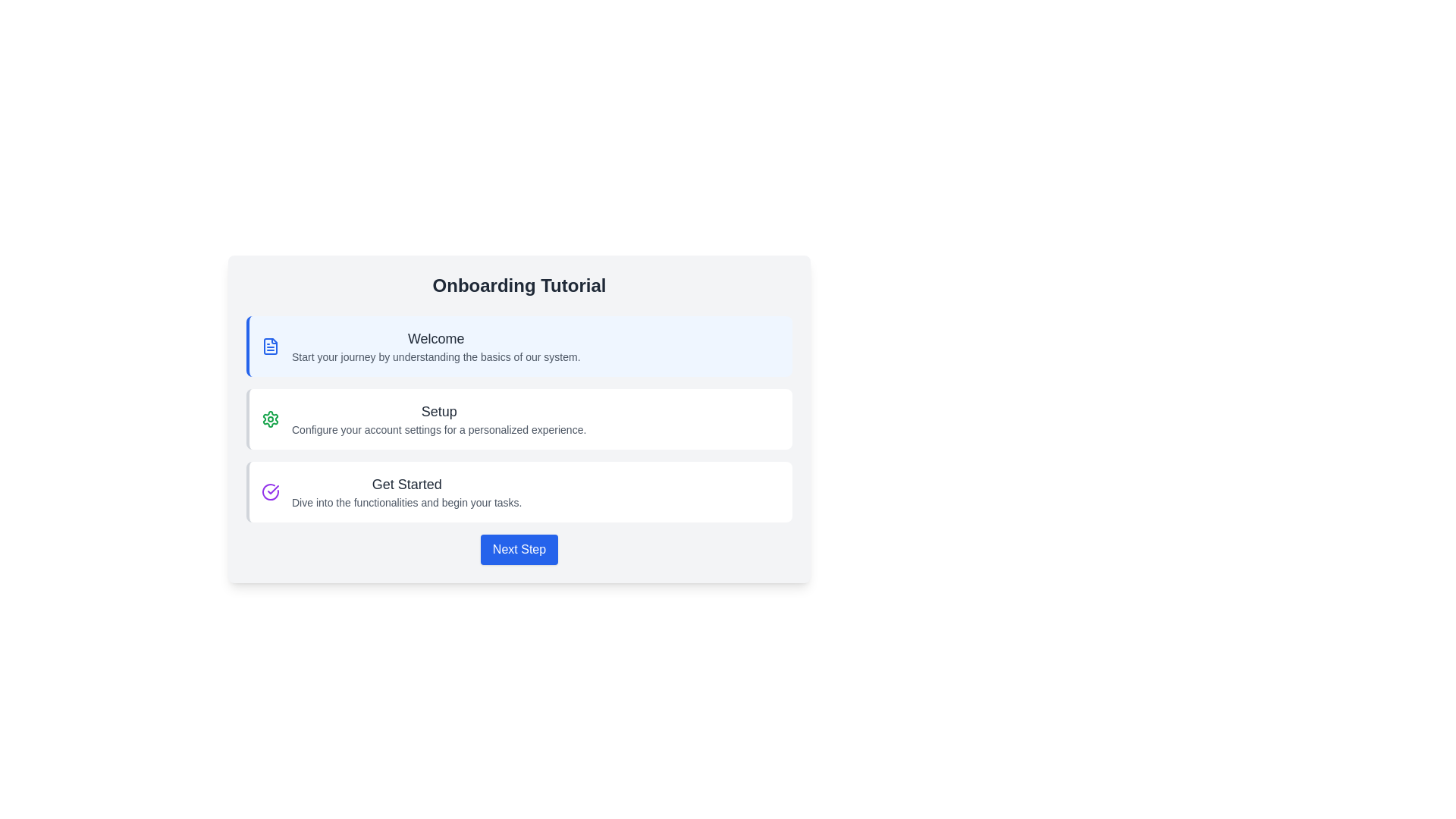 Image resolution: width=1456 pixels, height=819 pixels. I want to click on the 'Setup' section, so click(519, 419).